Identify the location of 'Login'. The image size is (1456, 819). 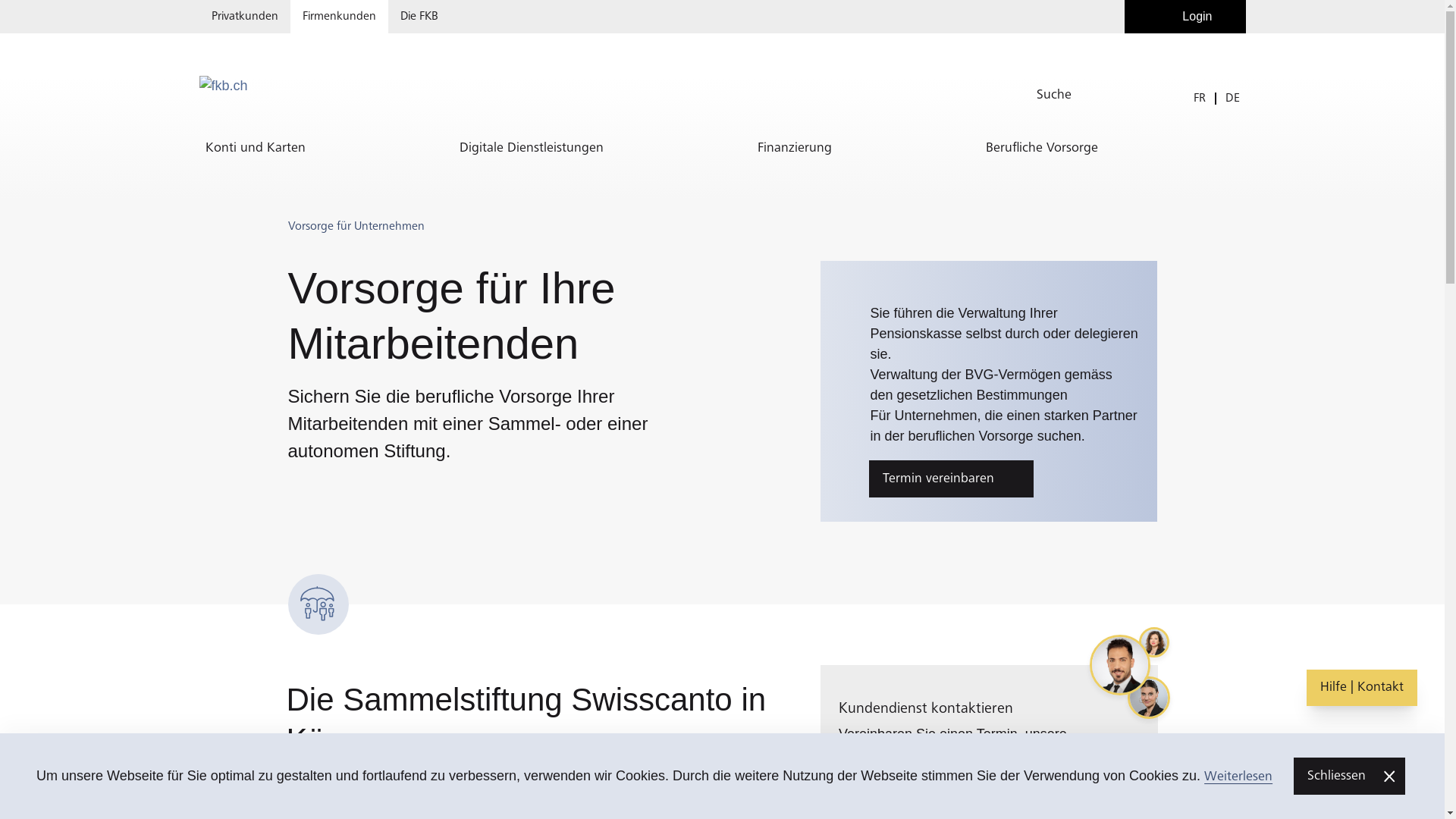
(1125, 17).